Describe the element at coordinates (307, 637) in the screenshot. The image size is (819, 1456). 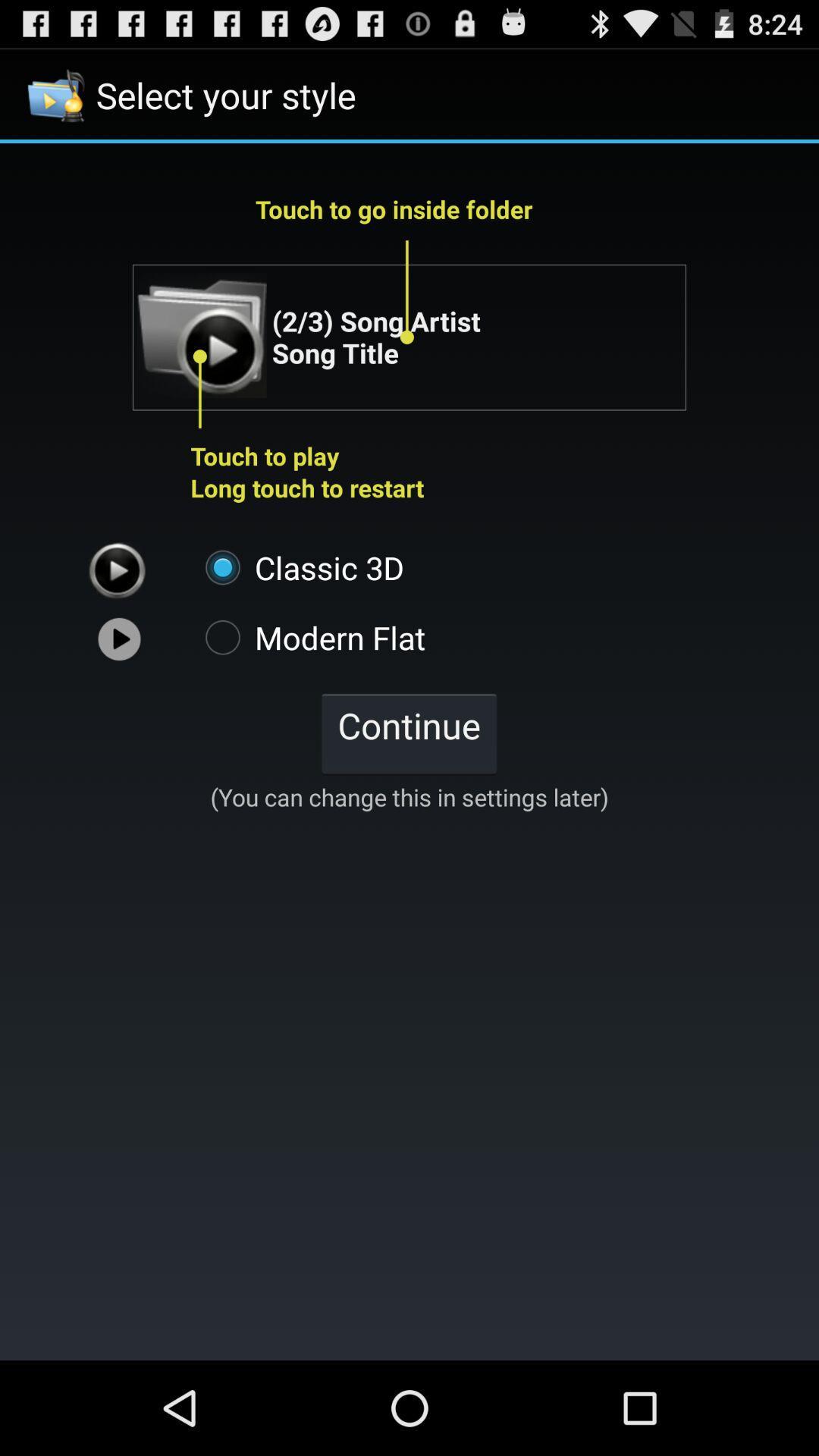
I see `the modern flat icon` at that location.